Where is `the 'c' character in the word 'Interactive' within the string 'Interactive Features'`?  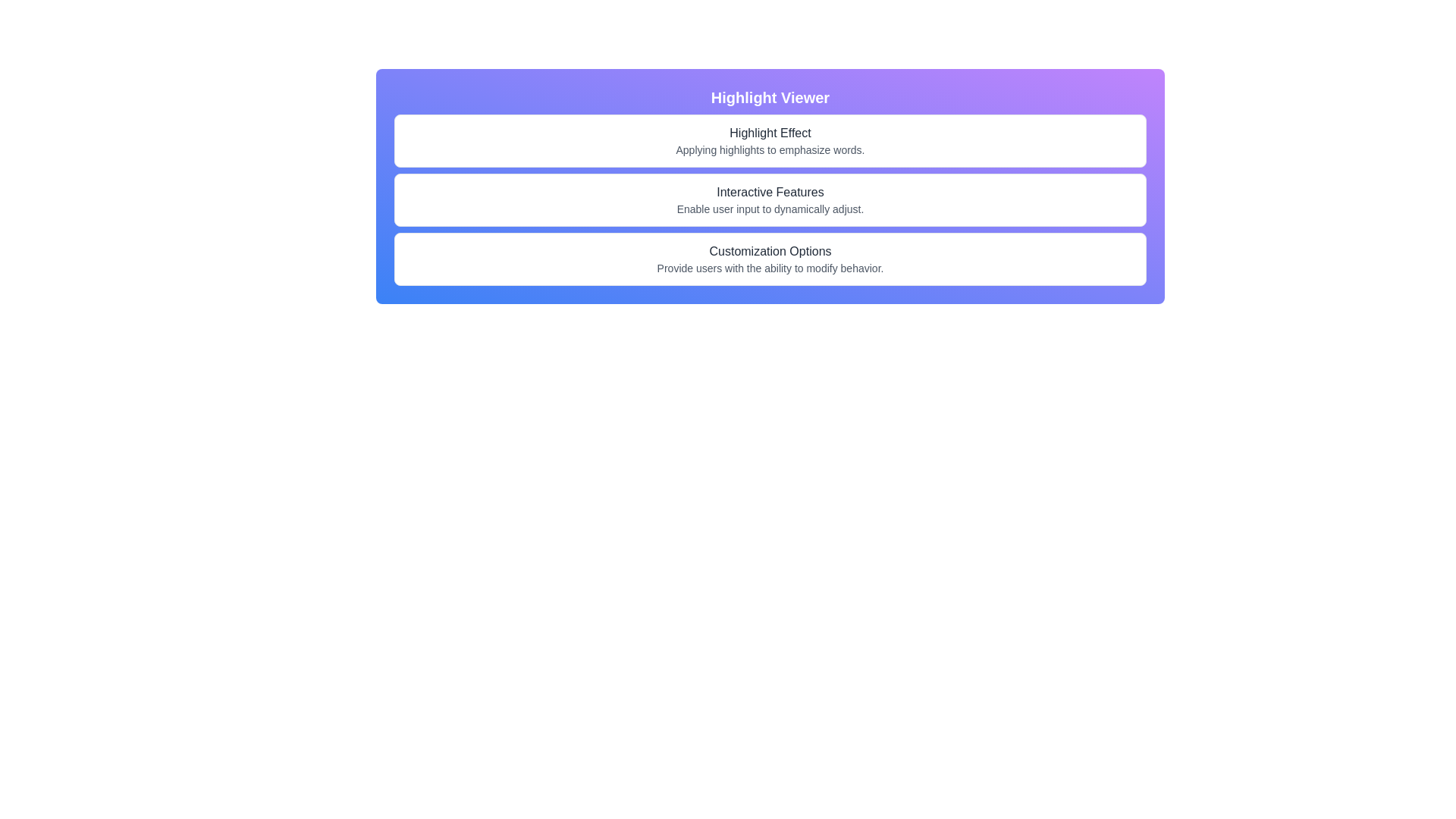
the 'c' character in the word 'Interactive' within the string 'Interactive Features' is located at coordinates (751, 191).